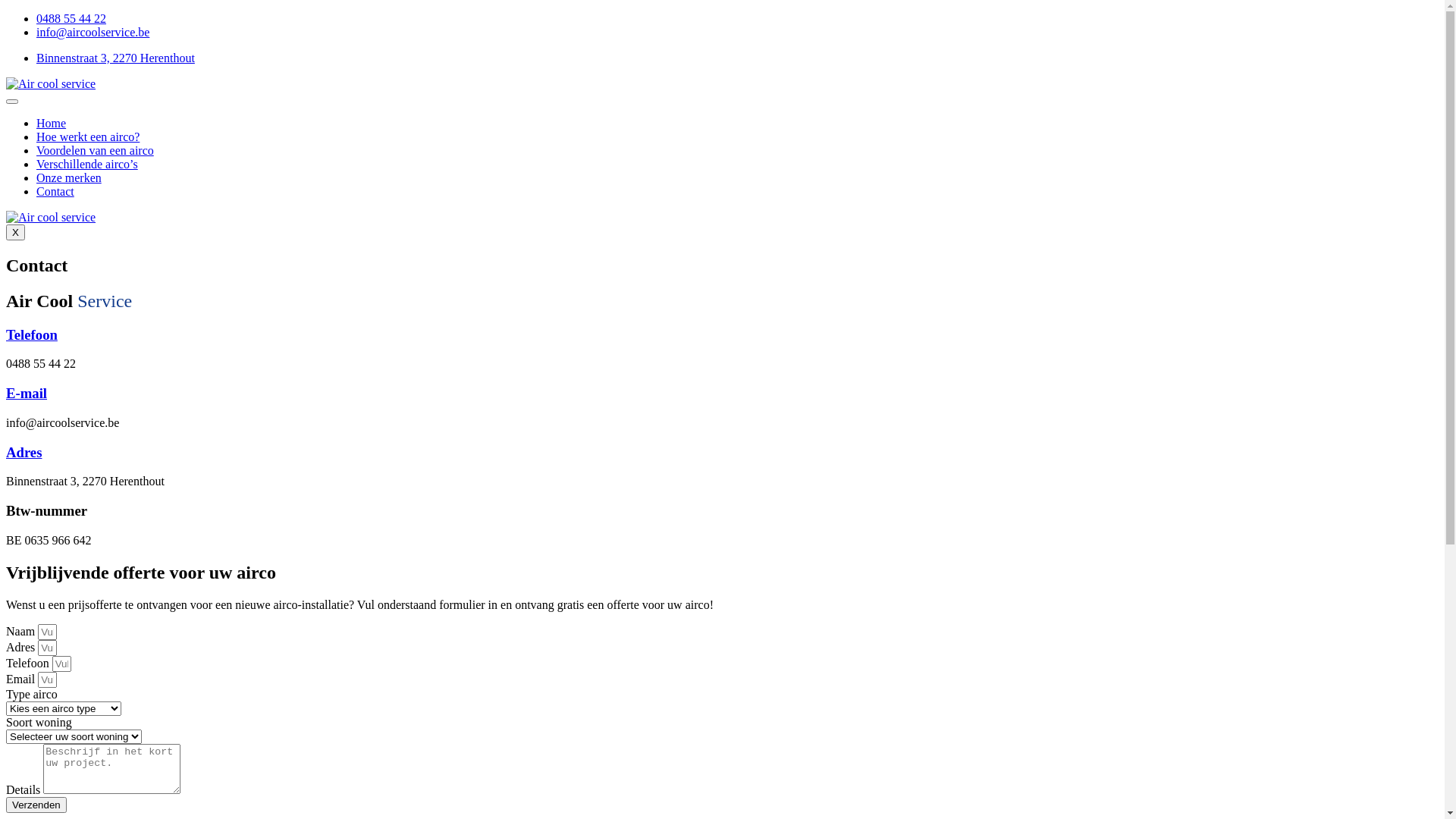 The image size is (1456, 819). I want to click on 'Hoe werkt een airco?', so click(86, 136).